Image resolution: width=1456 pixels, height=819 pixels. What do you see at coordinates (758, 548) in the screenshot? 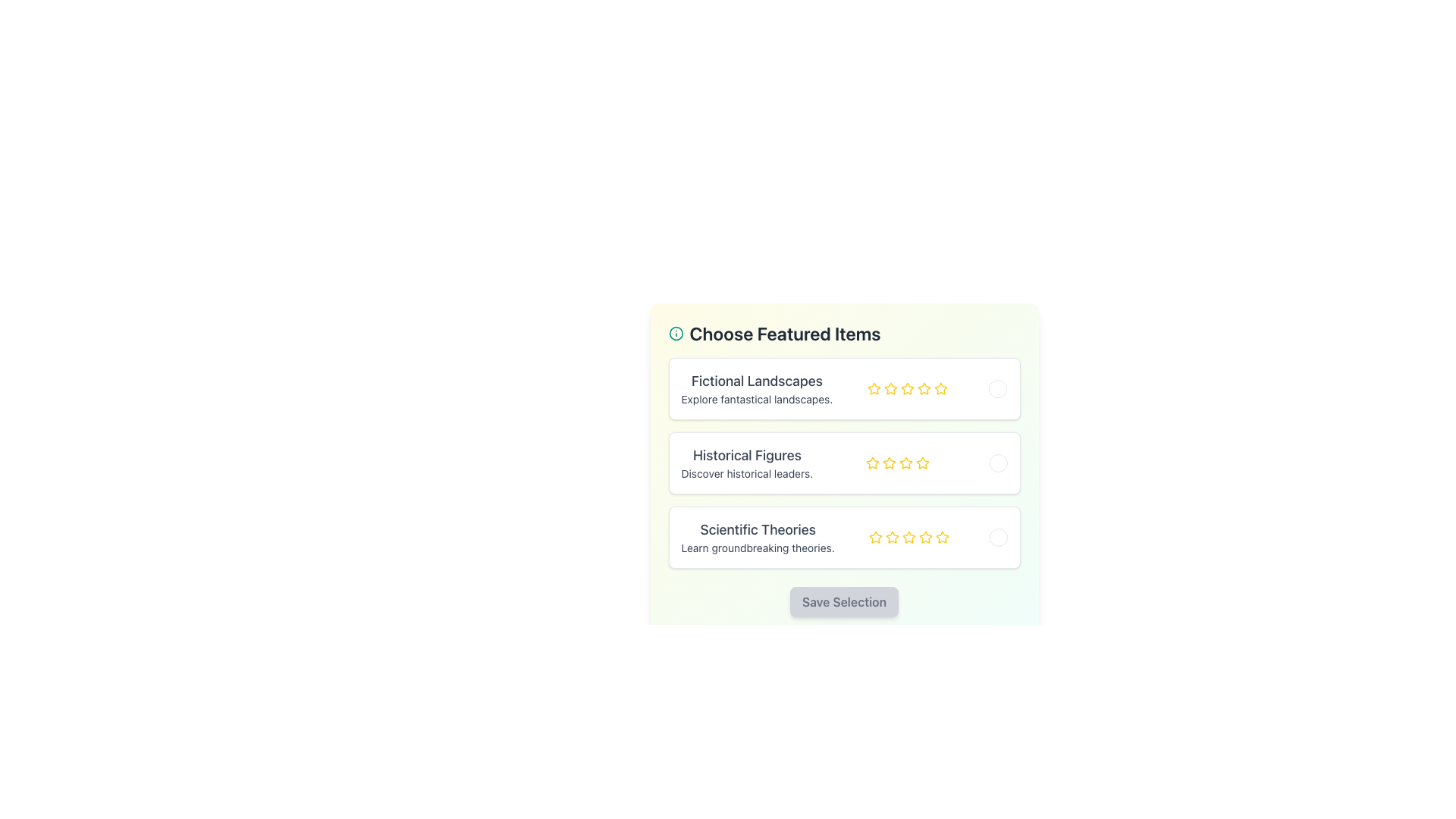
I see `the descriptive text element located in the third row under the title 'Scientific Theories' in the selectable card layout` at bounding box center [758, 548].